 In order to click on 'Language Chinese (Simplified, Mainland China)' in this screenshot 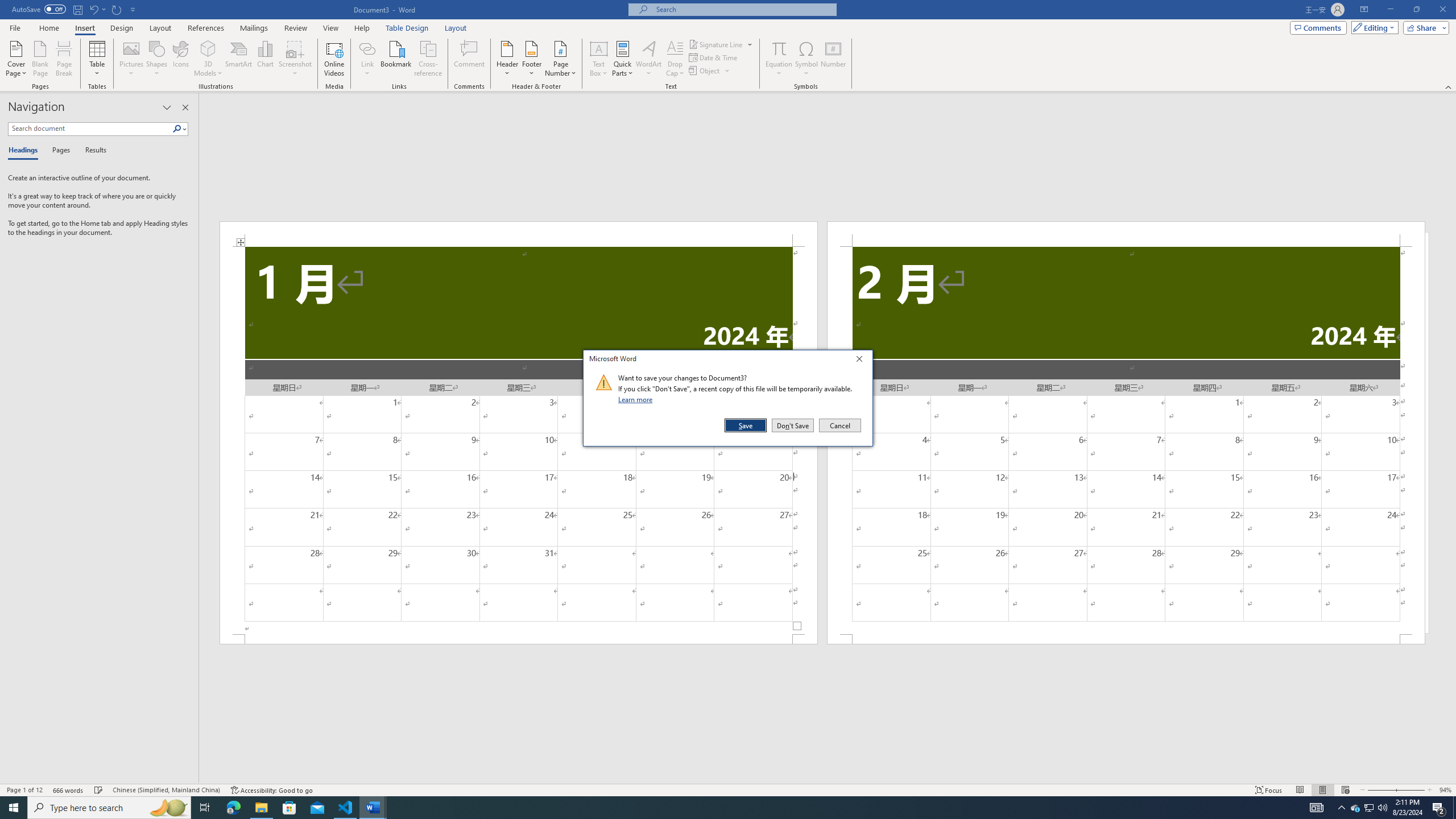, I will do `click(165, 790)`.